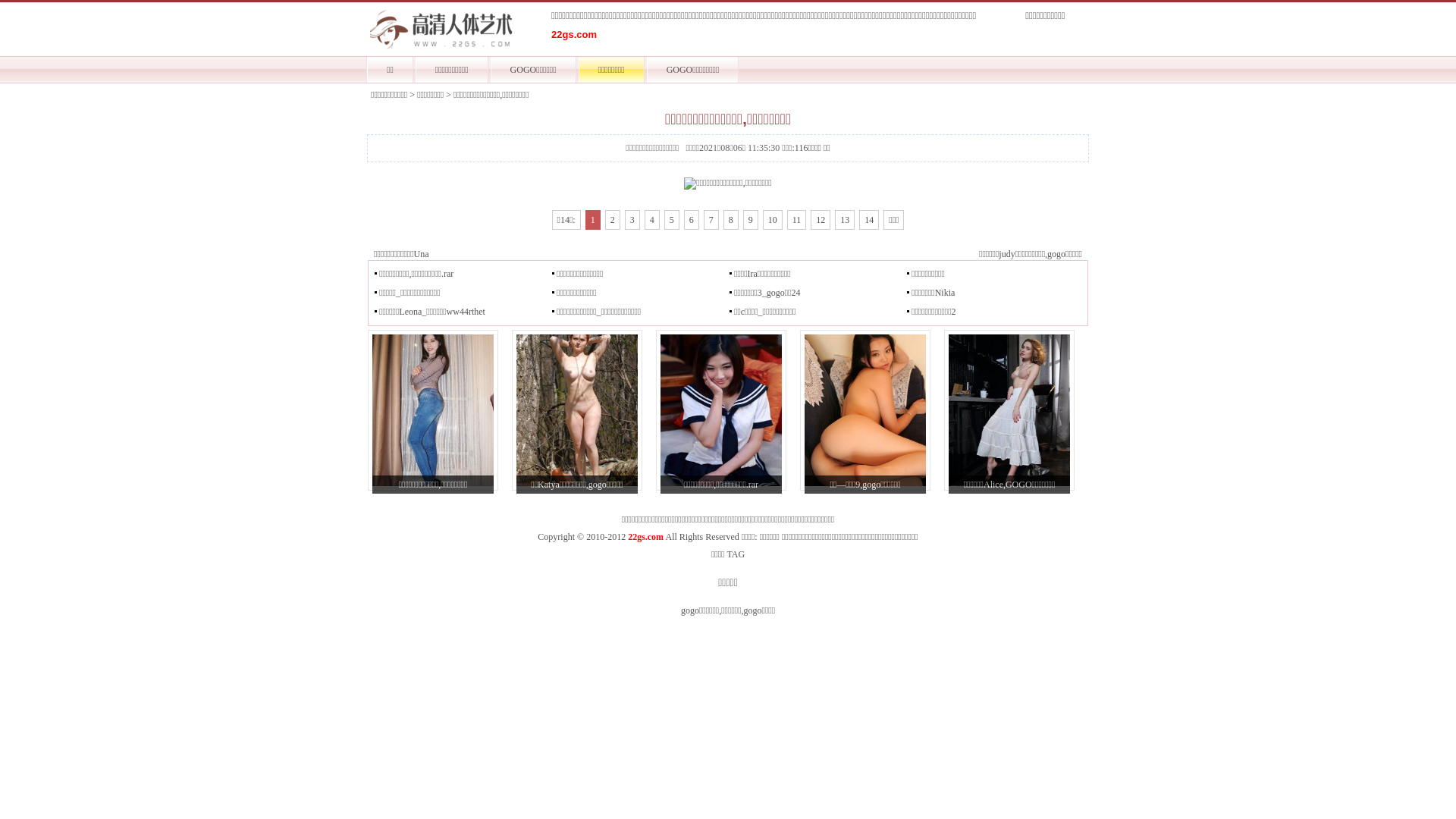  Describe the element at coordinates (843, 219) in the screenshot. I see `'13'` at that location.